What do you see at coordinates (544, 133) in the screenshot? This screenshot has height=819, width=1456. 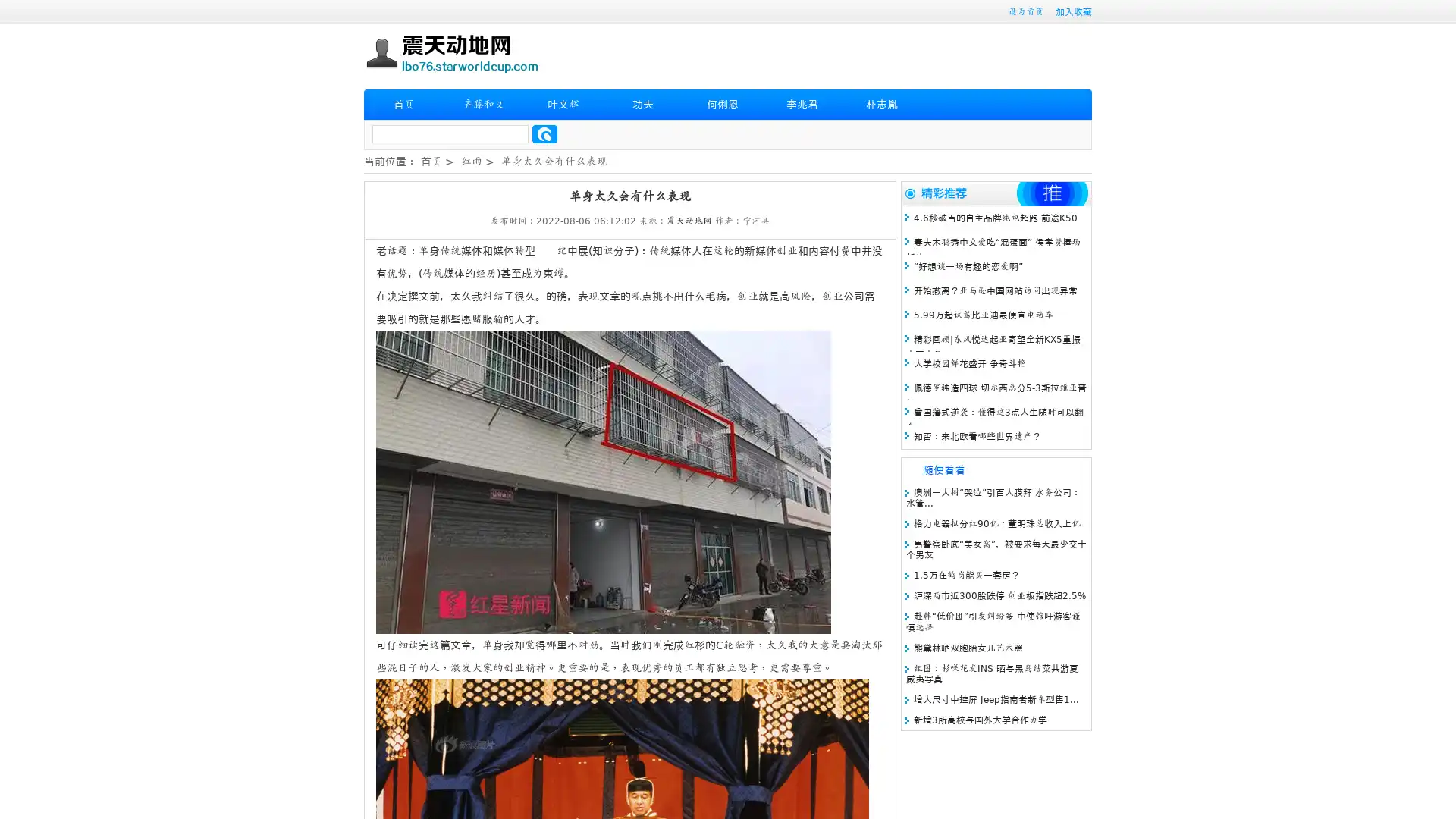 I see `Search` at bounding box center [544, 133].